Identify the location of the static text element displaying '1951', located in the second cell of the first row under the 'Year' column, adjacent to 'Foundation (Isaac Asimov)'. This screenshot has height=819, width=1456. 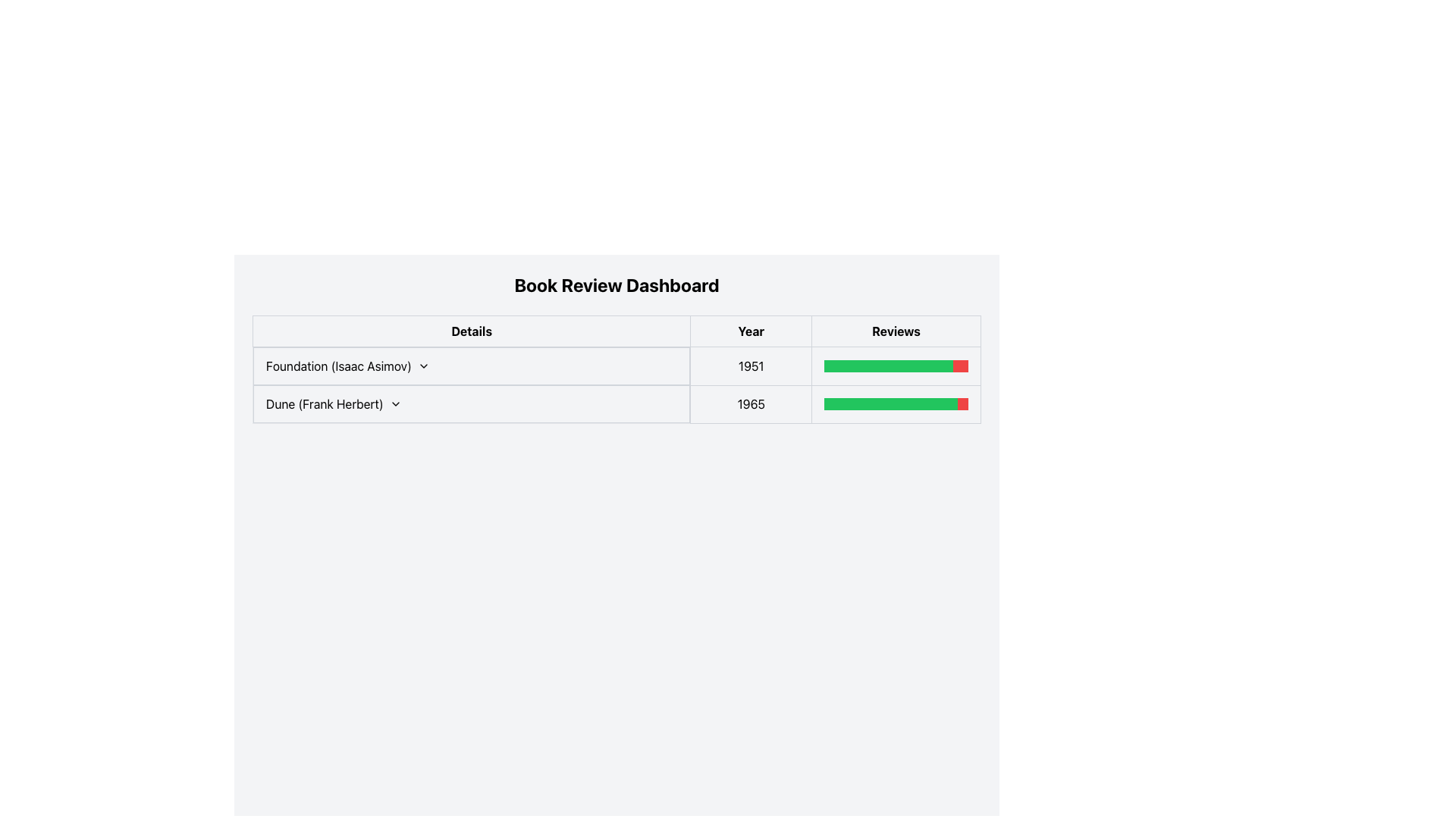
(751, 366).